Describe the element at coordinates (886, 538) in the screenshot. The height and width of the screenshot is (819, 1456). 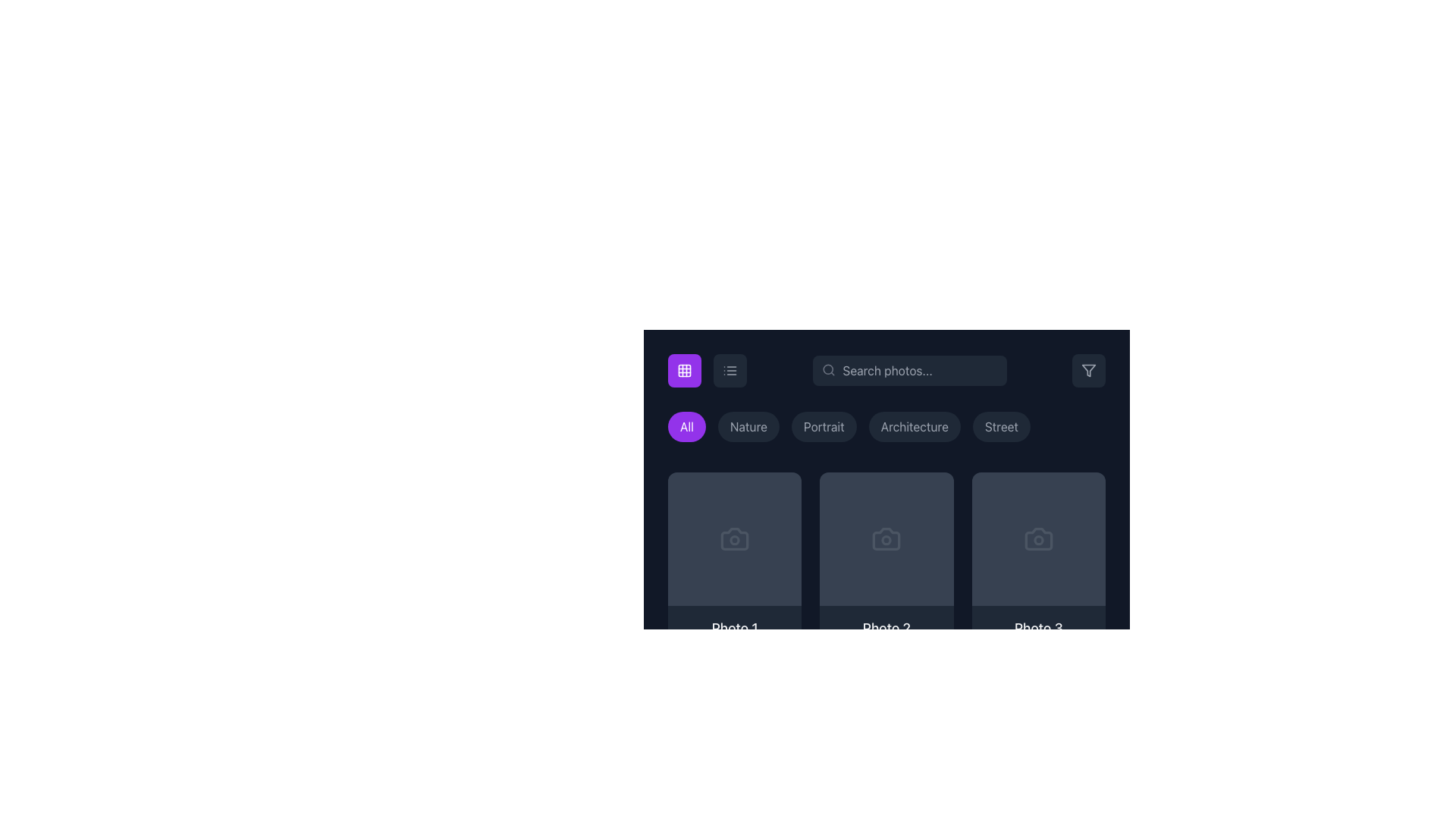
I see `camera icon representing 'Photo 2' in the developer tools, located in the second column of the grid system` at that location.